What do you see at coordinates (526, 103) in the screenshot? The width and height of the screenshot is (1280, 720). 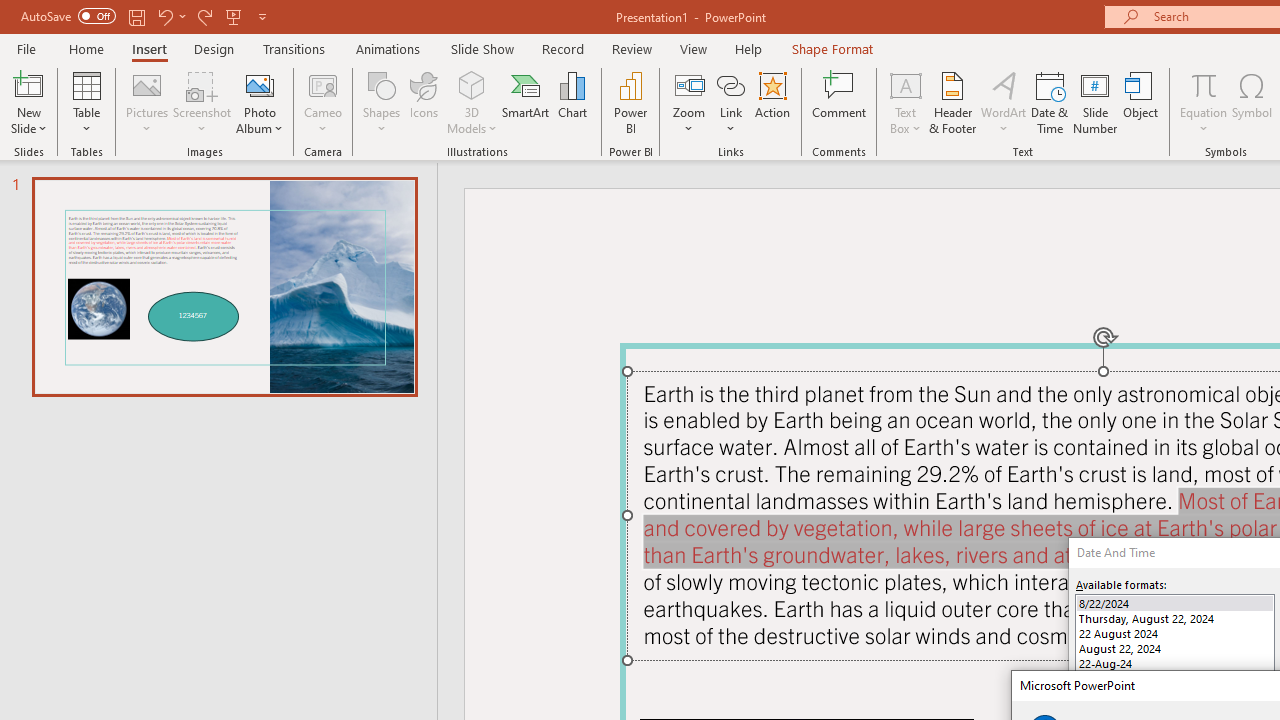 I see `'SmartArt...'` at bounding box center [526, 103].